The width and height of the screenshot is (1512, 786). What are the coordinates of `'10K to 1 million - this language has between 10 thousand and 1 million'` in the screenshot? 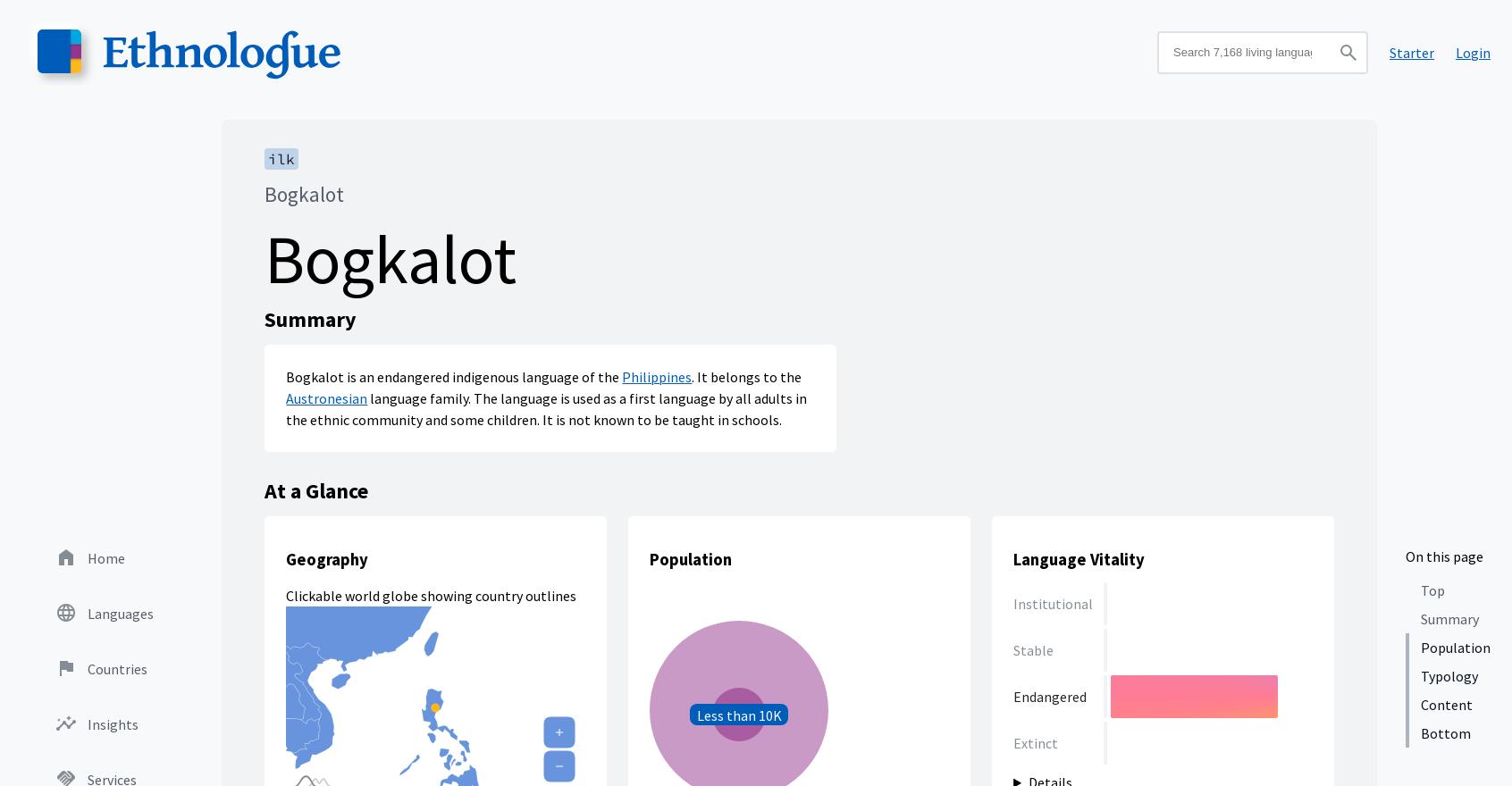 It's located at (785, 530).